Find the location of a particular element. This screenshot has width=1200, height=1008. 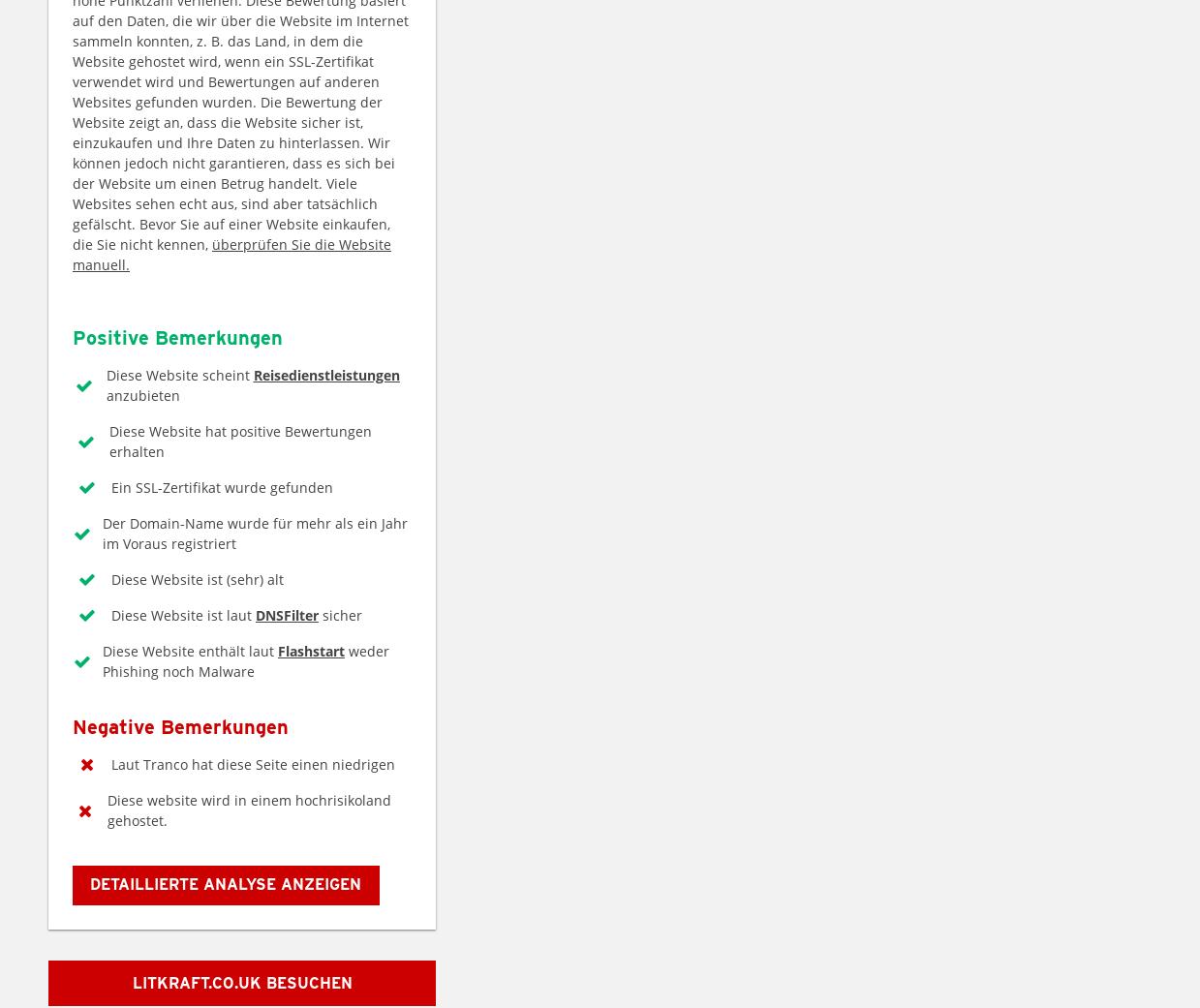

'DETAILLIERTE ANALYSE ANZEIGEN' is located at coordinates (225, 883).